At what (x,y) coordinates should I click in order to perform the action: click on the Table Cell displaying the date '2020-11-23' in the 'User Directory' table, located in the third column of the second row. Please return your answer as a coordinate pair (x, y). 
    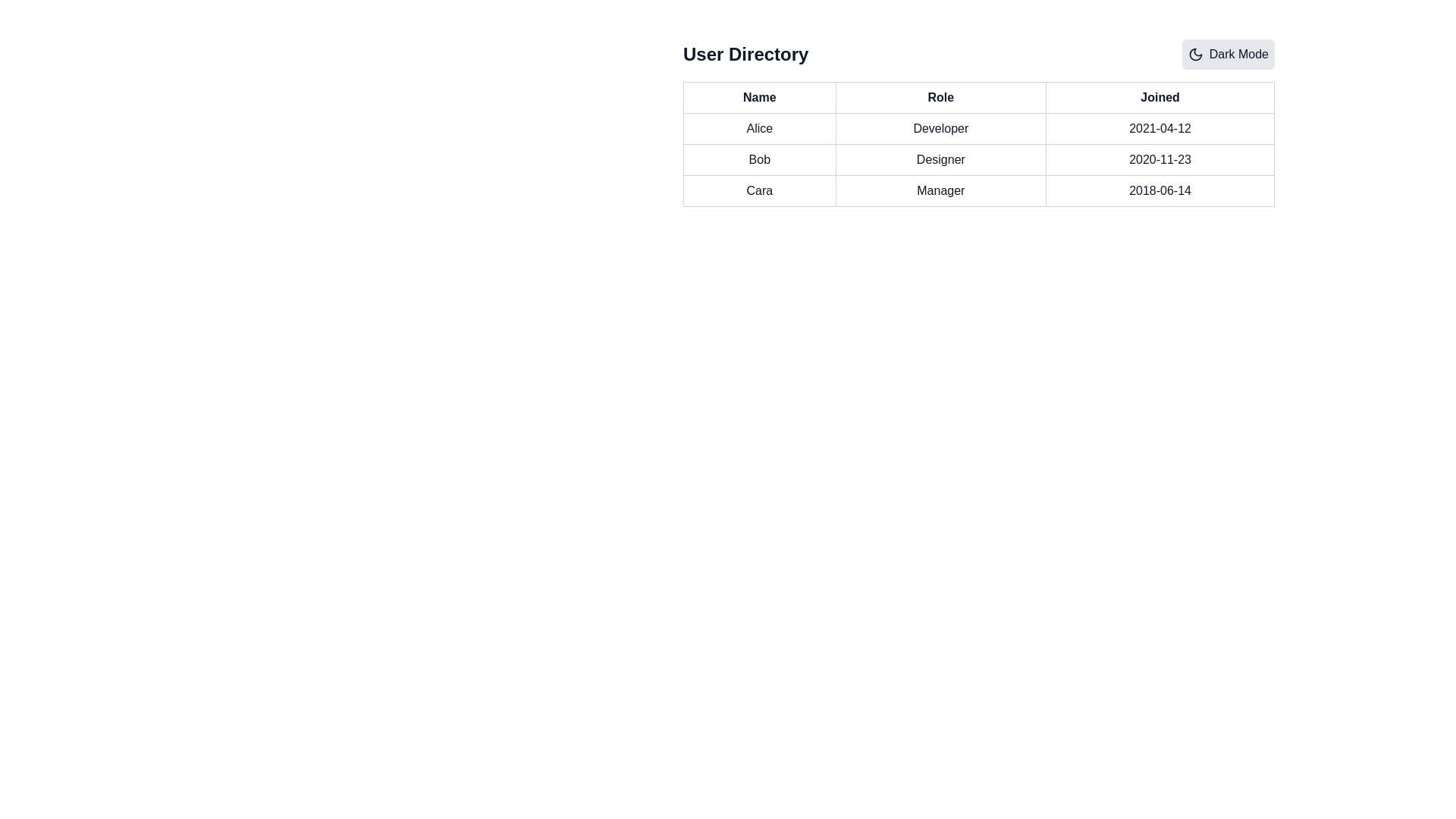
    Looking at the image, I should click on (1159, 160).